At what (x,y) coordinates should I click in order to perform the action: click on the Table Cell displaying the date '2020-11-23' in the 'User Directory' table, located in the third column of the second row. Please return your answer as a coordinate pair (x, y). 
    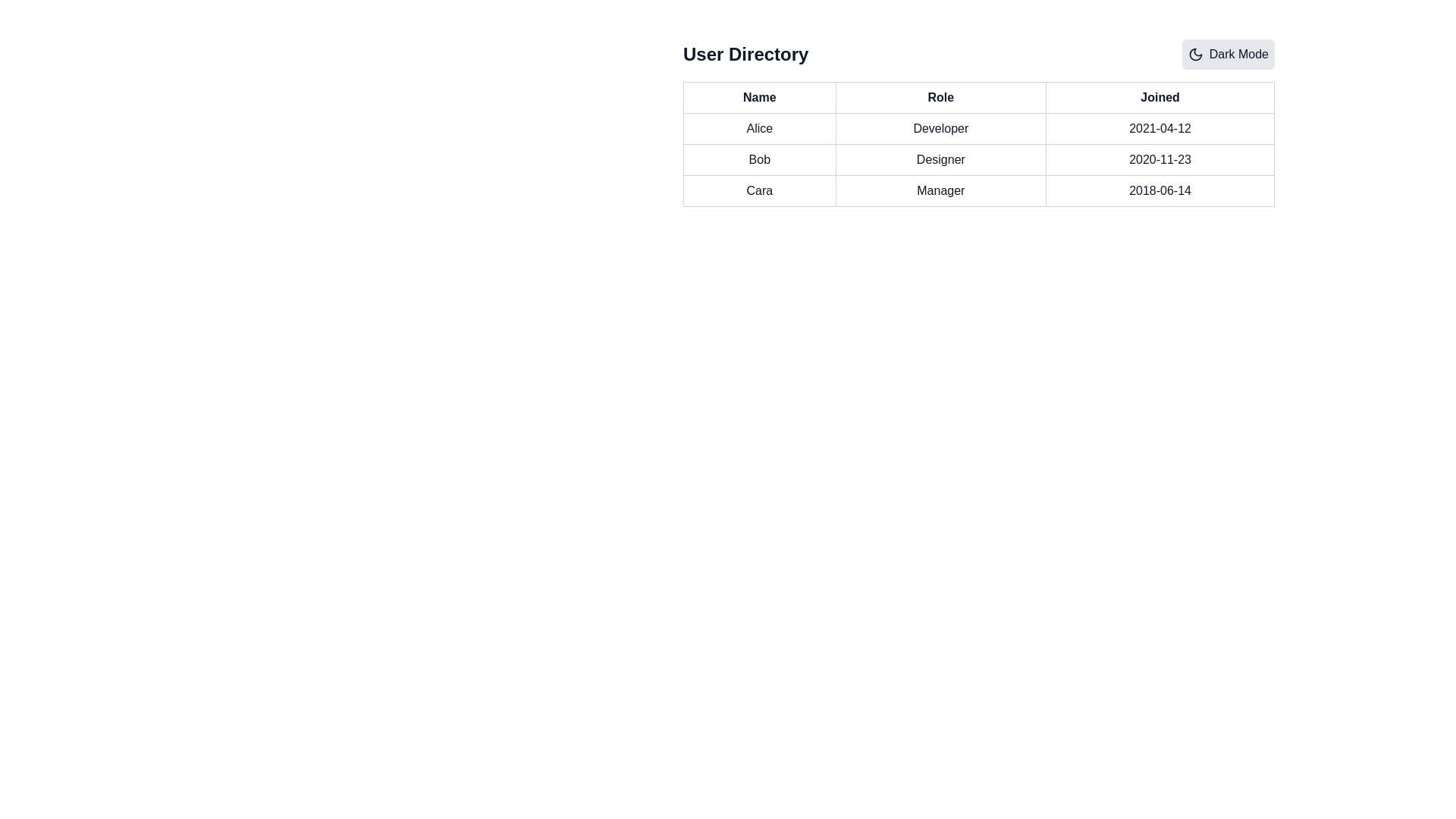
    Looking at the image, I should click on (1159, 160).